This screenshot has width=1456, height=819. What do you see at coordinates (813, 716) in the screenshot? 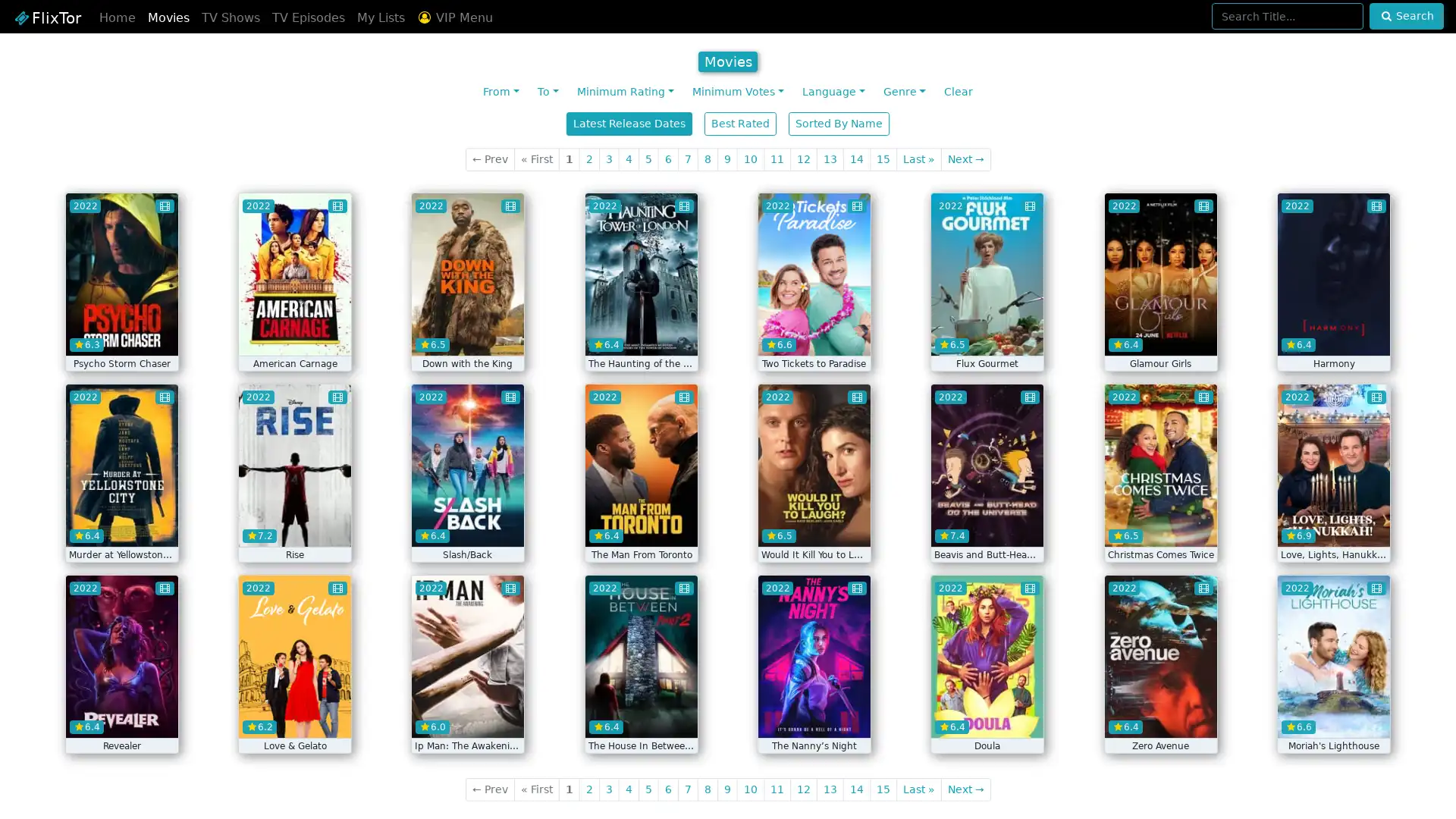
I see `Watch Now` at bounding box center [813, 716].